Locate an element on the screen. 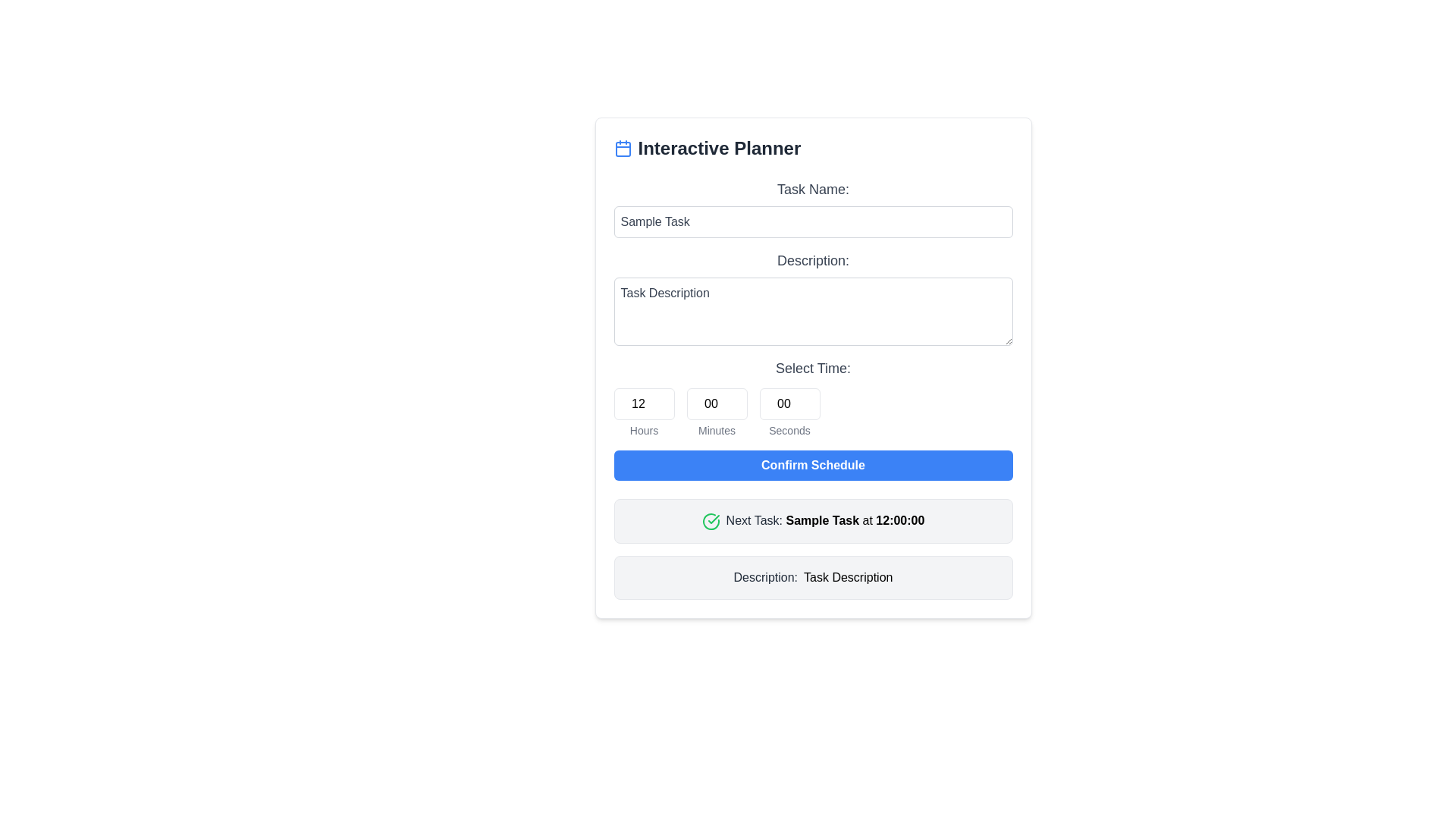 Image resolution: width=1456 pixels, height=819 pixels. the number input field for seconds, which is styled with a border and rounded corners, displaying '00' at its center, to focus the input is located at coordinates (789, 403).